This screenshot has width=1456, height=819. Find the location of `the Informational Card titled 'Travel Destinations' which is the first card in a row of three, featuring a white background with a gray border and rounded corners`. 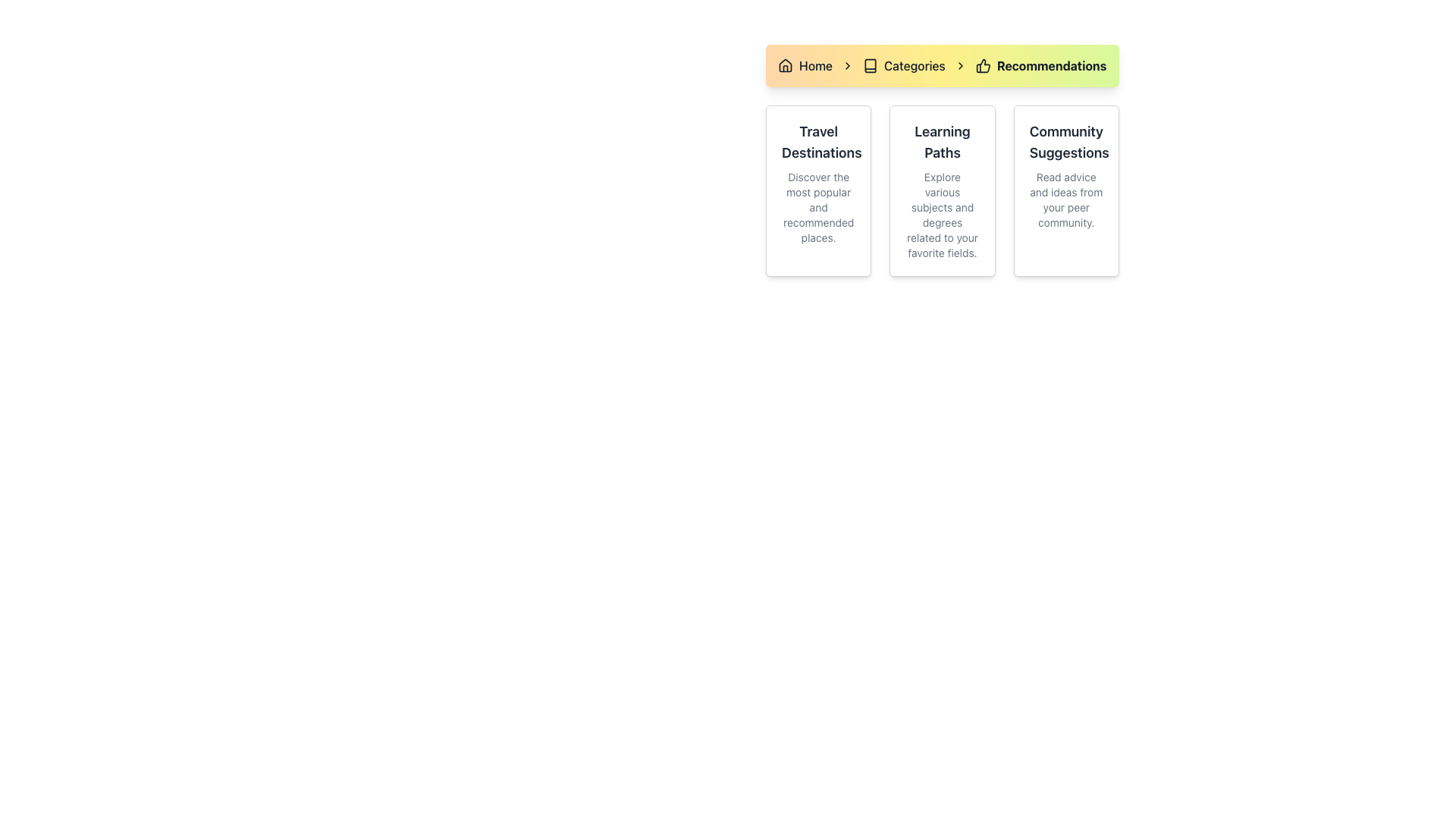

the Informational Card titled 'Travel Destinations' which is the first card in a row of three, featuring a white background with a gray border and rounded corners is located at coordinates (817, 190).